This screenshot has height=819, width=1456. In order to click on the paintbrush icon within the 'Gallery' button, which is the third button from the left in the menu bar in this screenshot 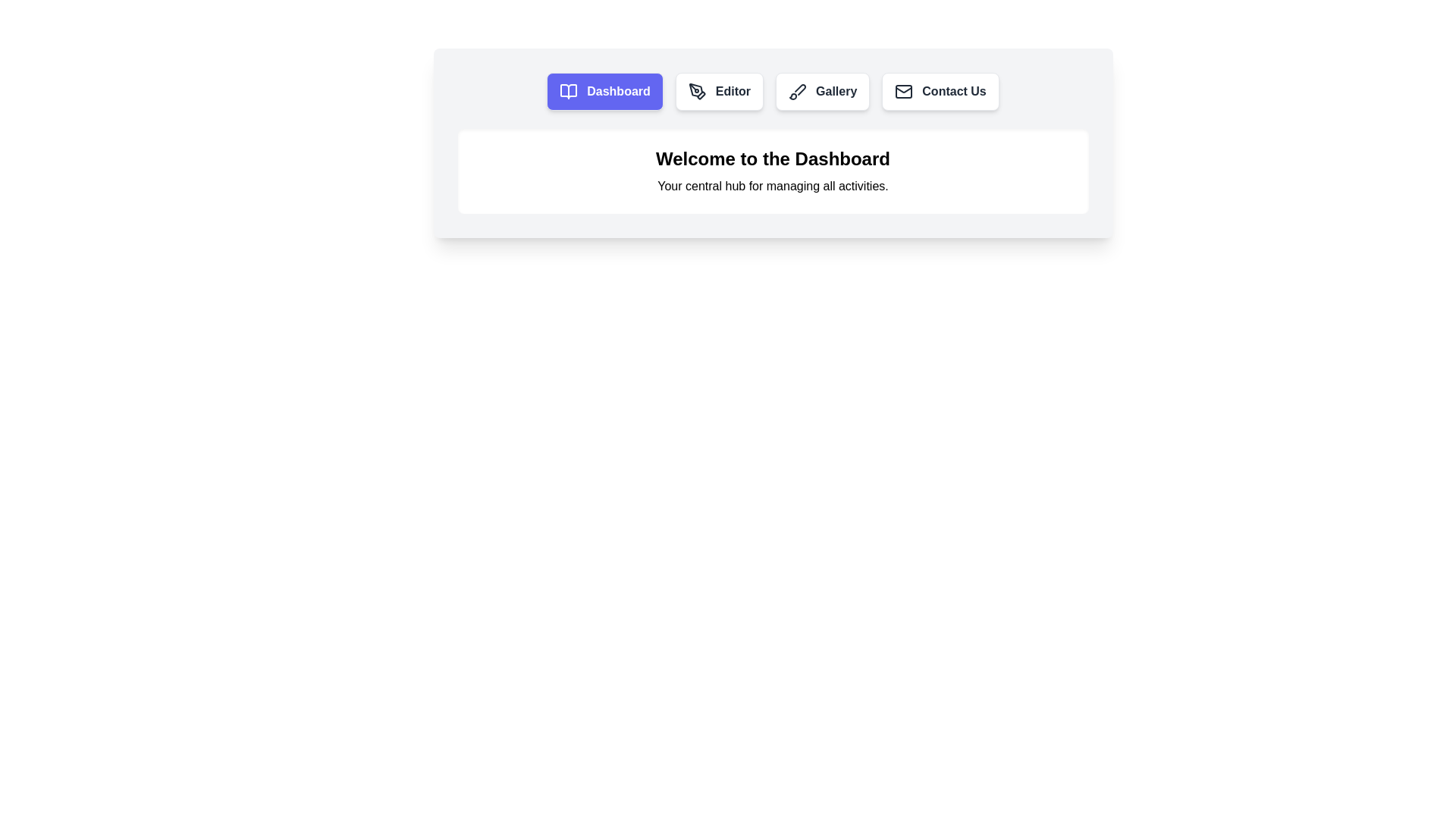, I will do `click(796, 91)`.